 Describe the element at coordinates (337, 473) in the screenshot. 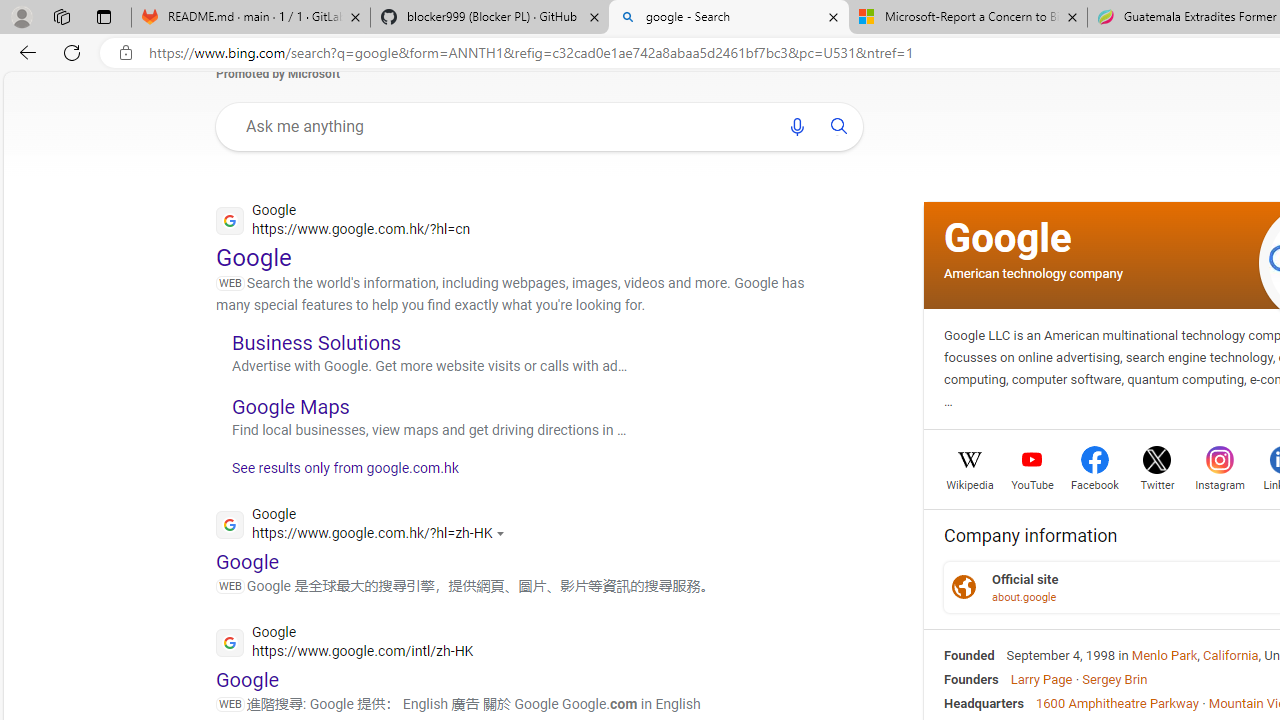

I see `'See results only from google.com.hk'` at that location.